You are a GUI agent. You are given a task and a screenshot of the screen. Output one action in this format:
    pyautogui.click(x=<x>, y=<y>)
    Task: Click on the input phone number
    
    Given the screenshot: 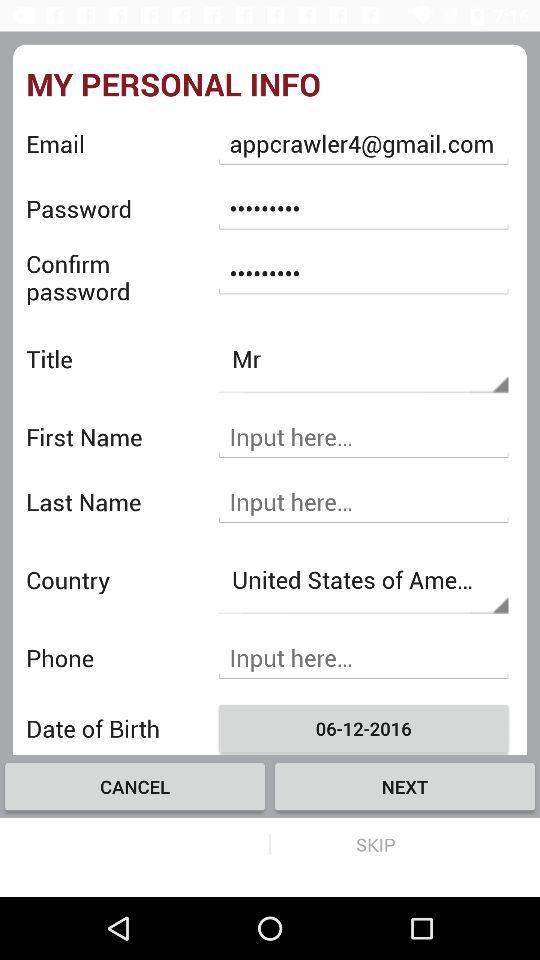 What is the action you would take?
    pyautogui.click(x=362, y=657)
    